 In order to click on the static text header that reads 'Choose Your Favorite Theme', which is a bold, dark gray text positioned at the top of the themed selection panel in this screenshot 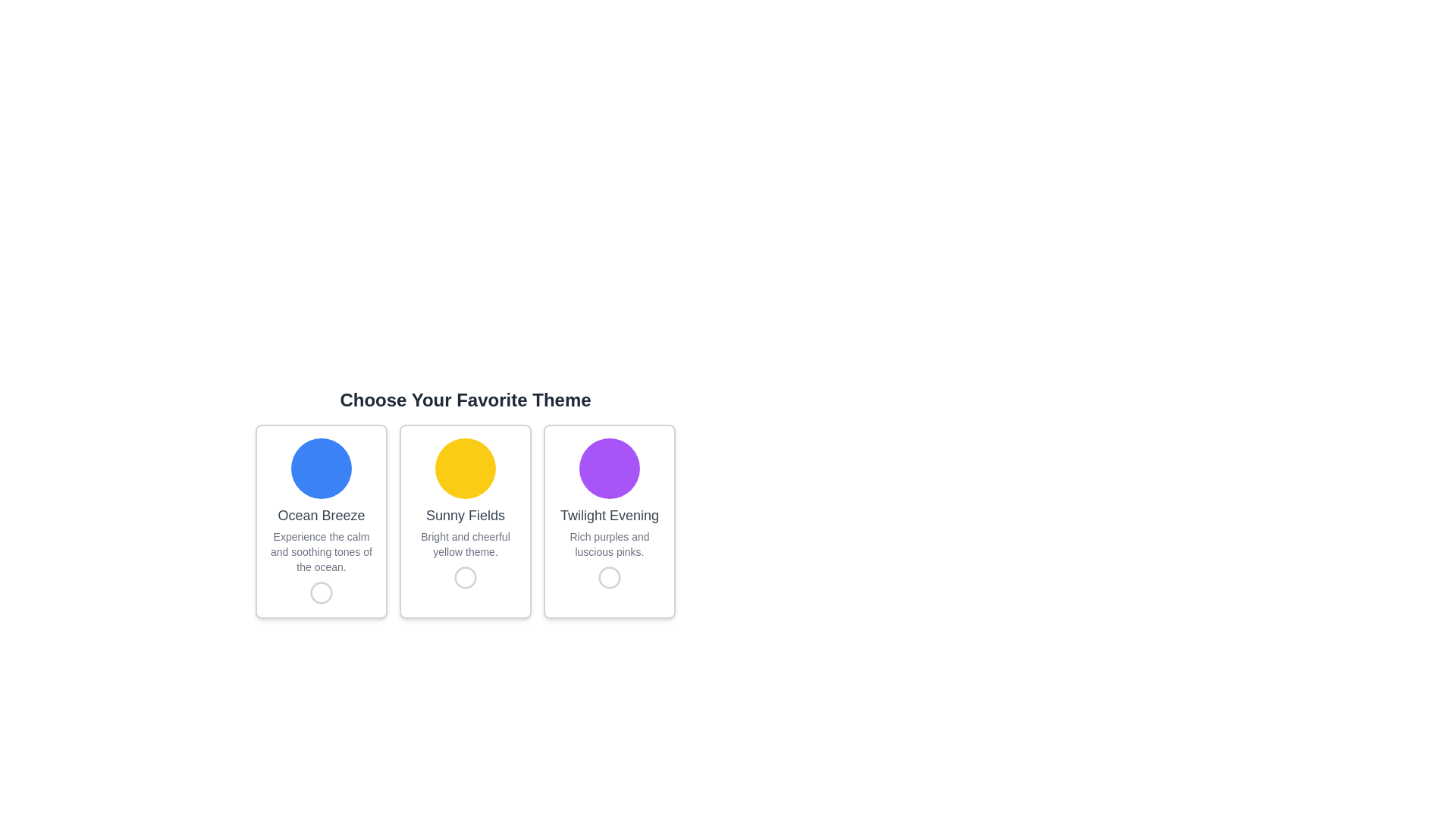, I will do `click(465, 400)`.